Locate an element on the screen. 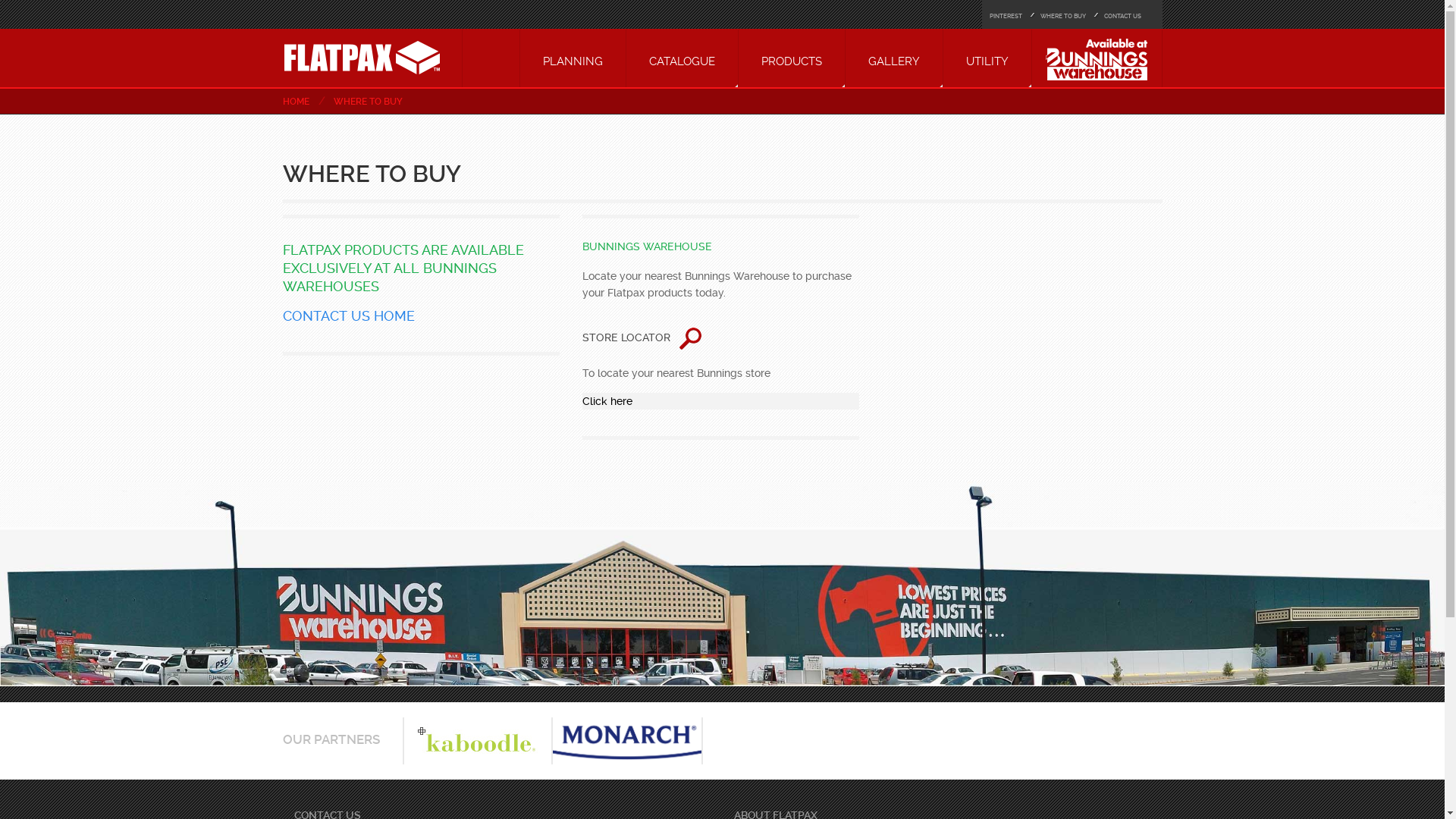  'STORE LOCATOR  ' is located at coordinates (582, 337).